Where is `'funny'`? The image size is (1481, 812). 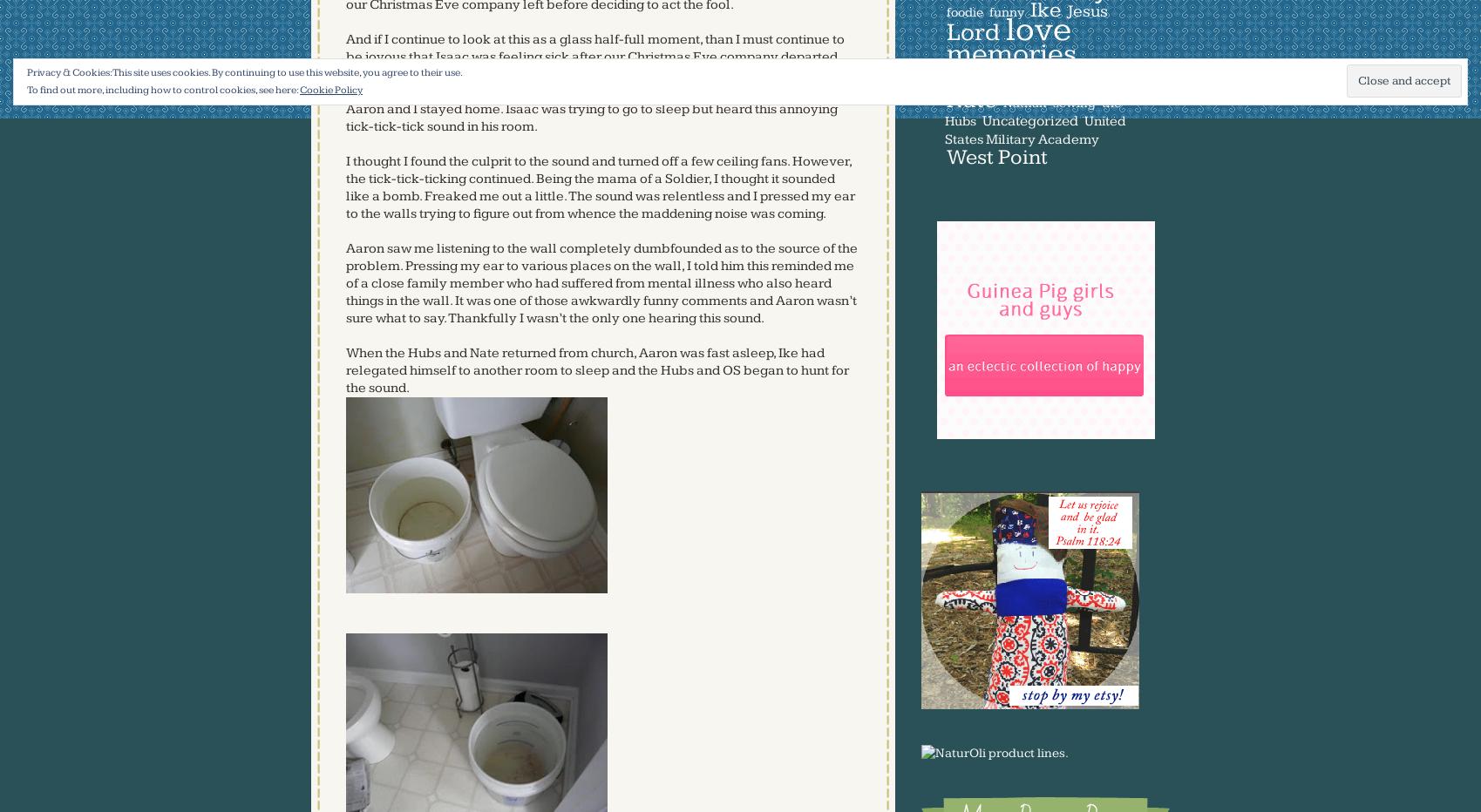
'funny' is located at coordinates (1006, 11).